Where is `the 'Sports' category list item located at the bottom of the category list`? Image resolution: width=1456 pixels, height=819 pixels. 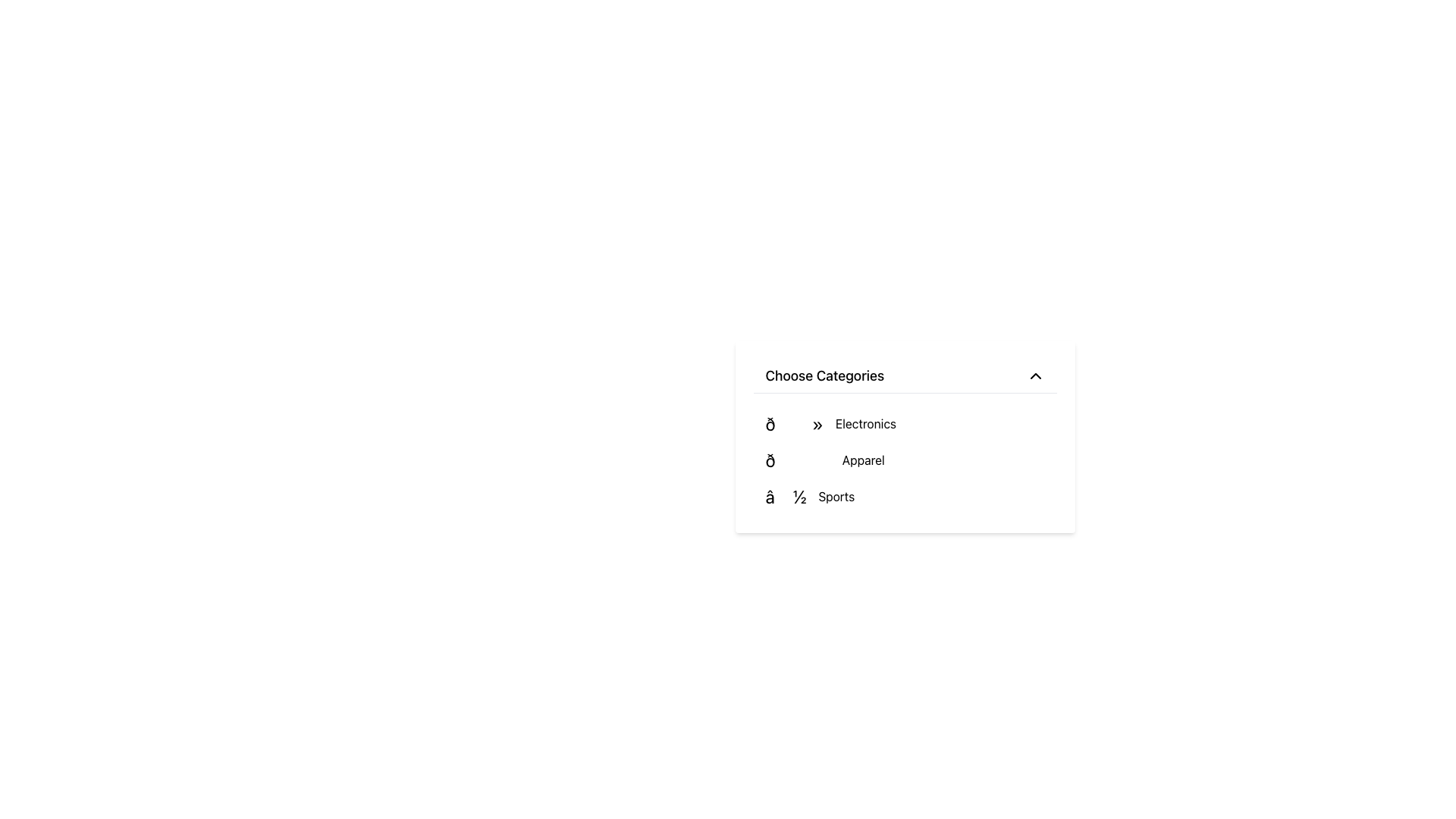
the 'Sports' category list item located at the bottom of the category list is located at coordinates (905, 497).